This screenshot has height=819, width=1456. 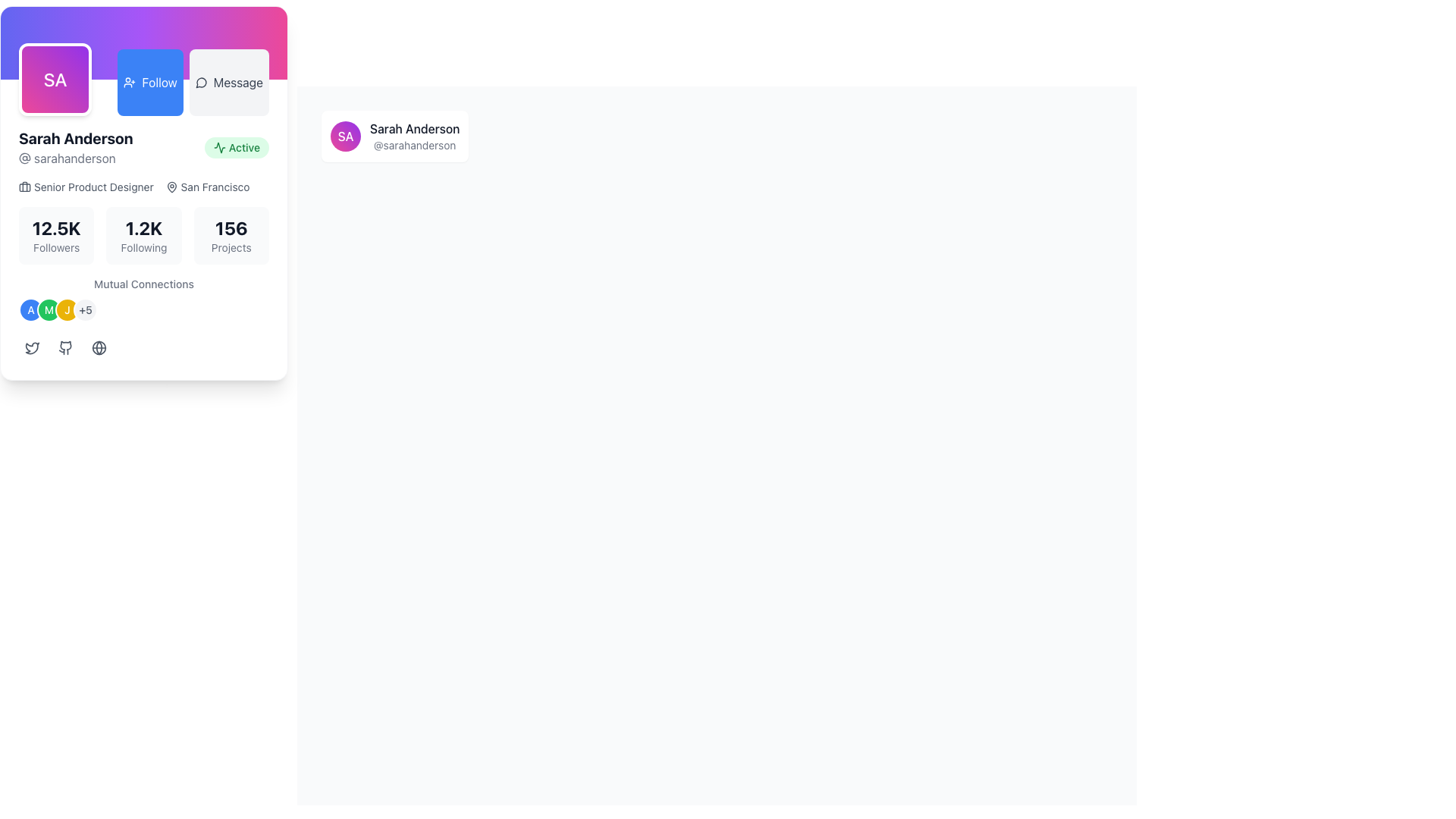 What do you see at coordinates (231, 247) in the screenshot?
I see `the static text label displaying 'Projects', which is located directly below the number '156' in a summary statistics section` at bounding box center [231, 247].